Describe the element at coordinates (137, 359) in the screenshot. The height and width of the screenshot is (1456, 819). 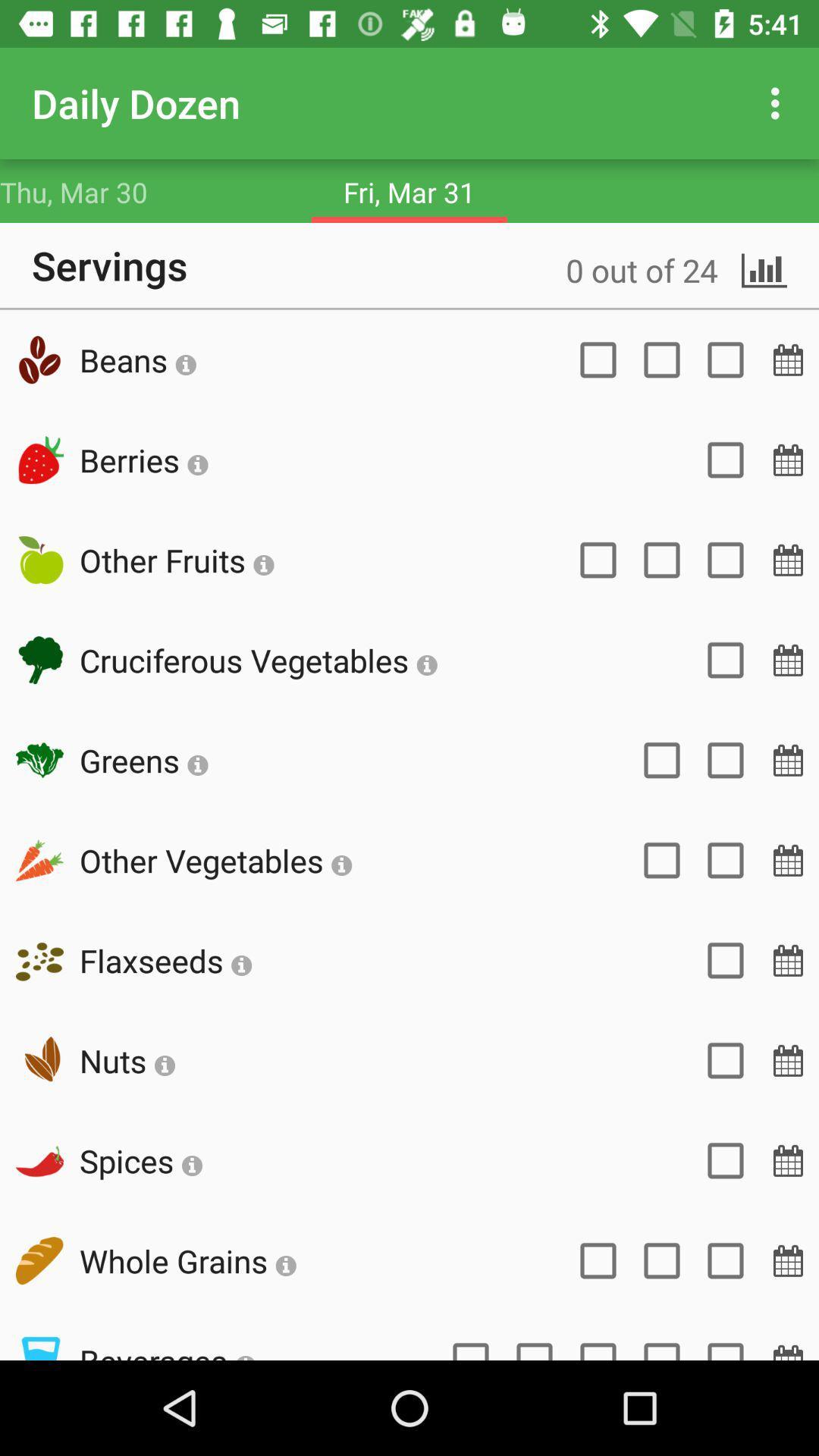
I see `item to the left of 0 out of item` at that location.